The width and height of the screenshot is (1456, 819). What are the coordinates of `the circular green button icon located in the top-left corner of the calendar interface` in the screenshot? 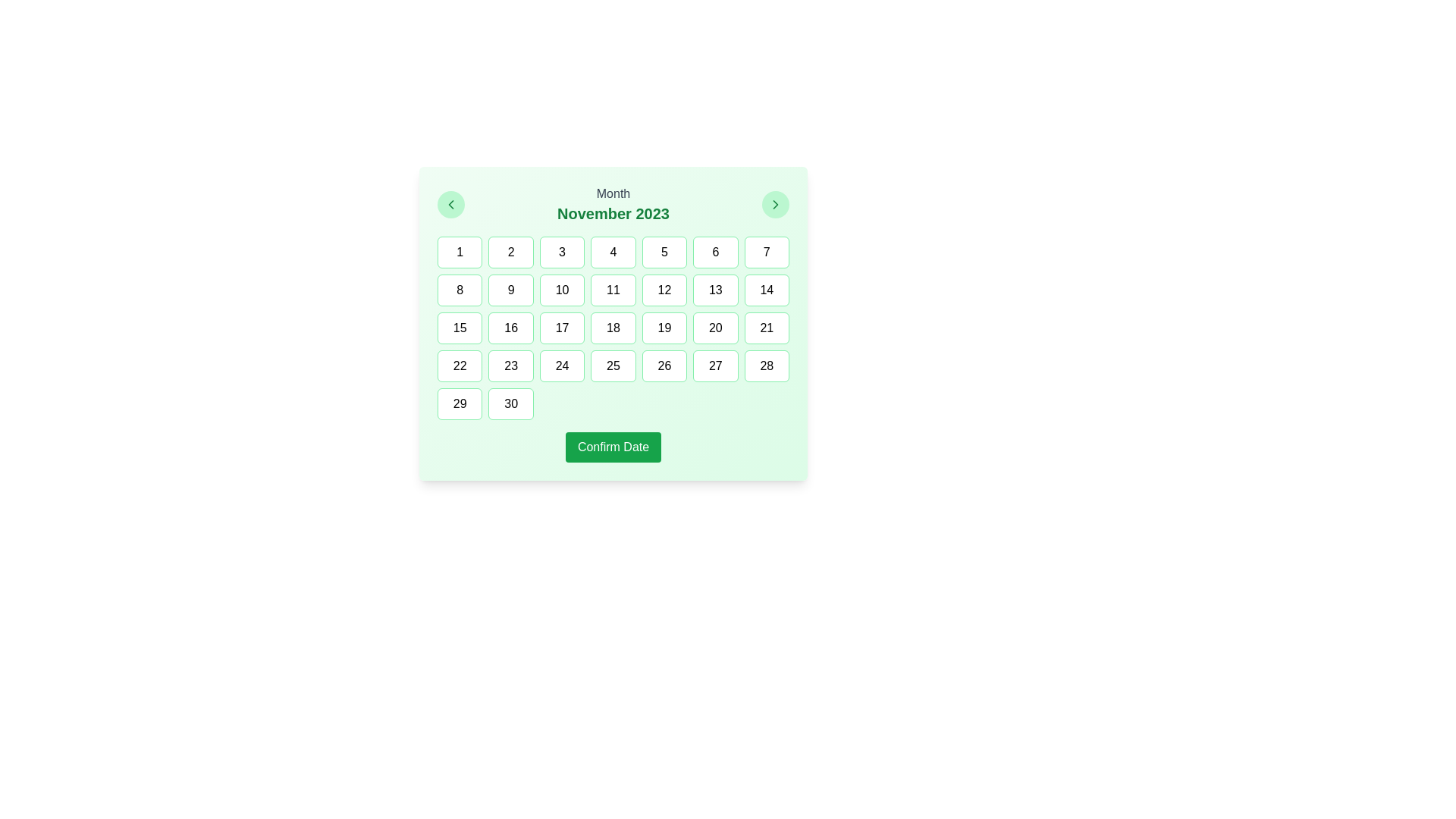 It's located at (450, 205).